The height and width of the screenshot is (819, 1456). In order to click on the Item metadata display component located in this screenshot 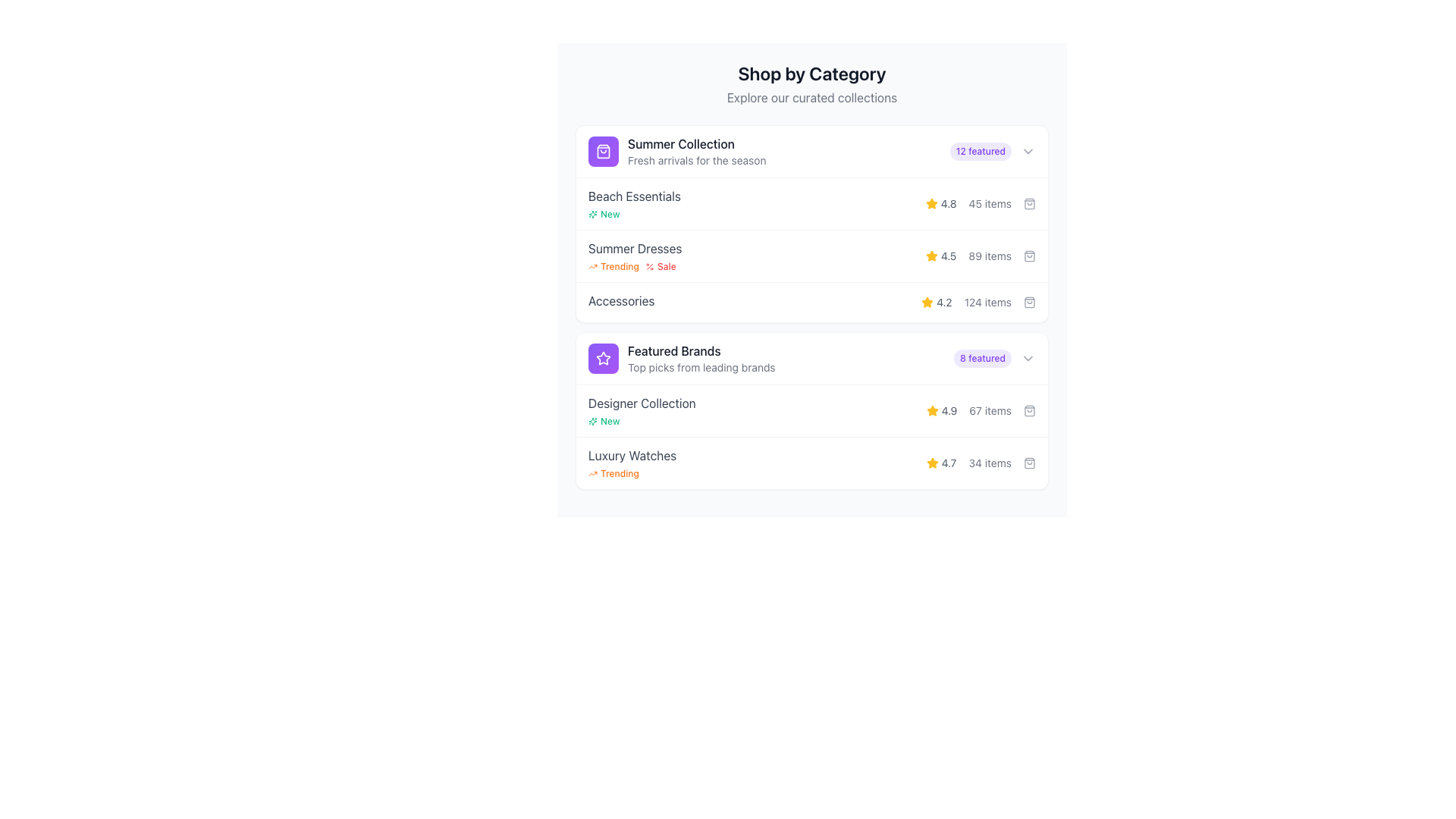, I will do `click(978, 302)`.